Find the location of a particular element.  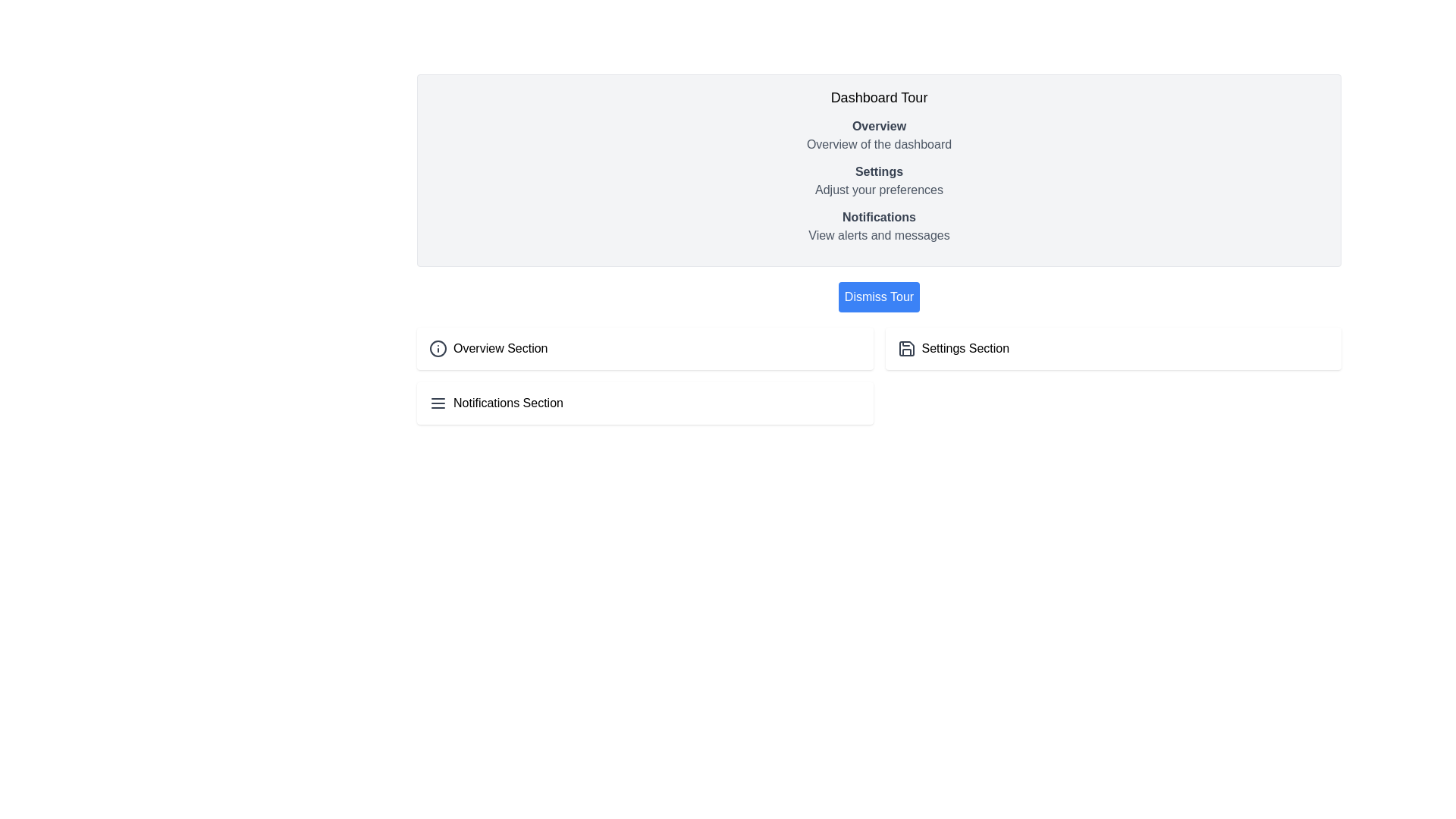

the informational Text Label that provides a title and subtitle for the 'Notifications' section, located above the 'Dismiss Tour' button and below the 'SettingsAdjust your preferences' entry is located at coordinates (879, 227).